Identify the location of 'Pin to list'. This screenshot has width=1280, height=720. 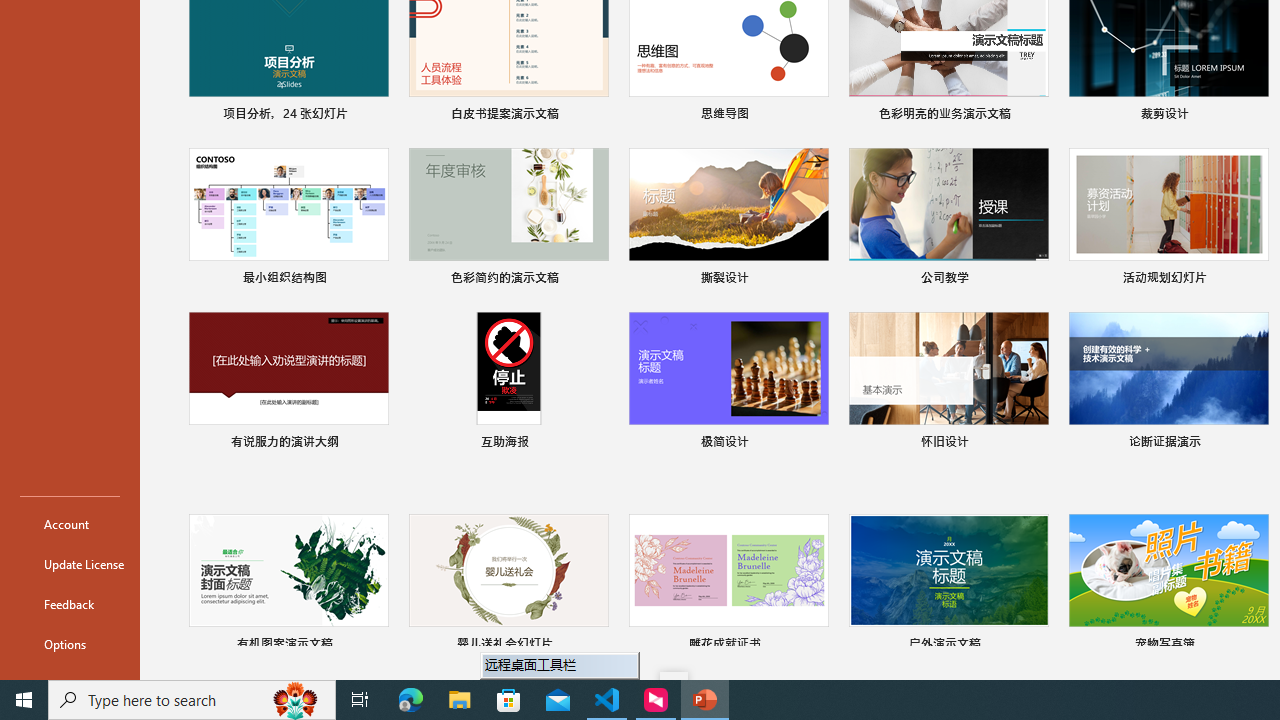
(1254, 645).